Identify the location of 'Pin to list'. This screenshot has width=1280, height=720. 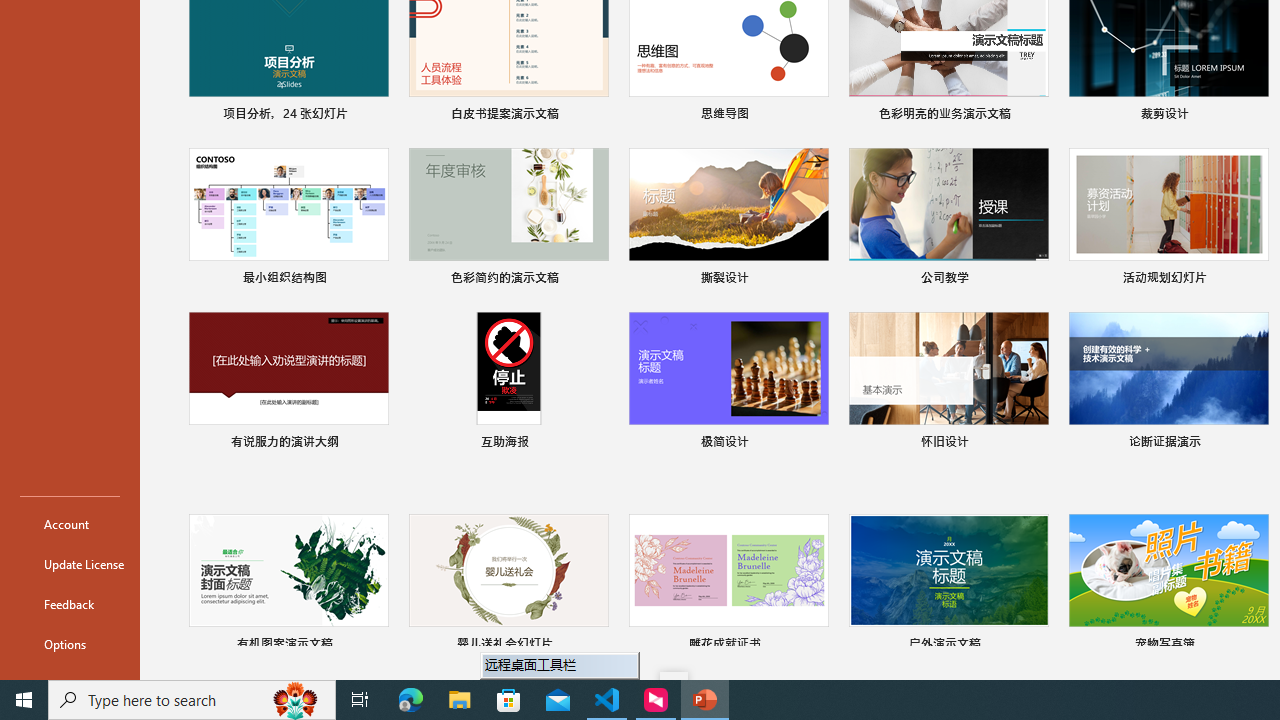
(1254, 645).